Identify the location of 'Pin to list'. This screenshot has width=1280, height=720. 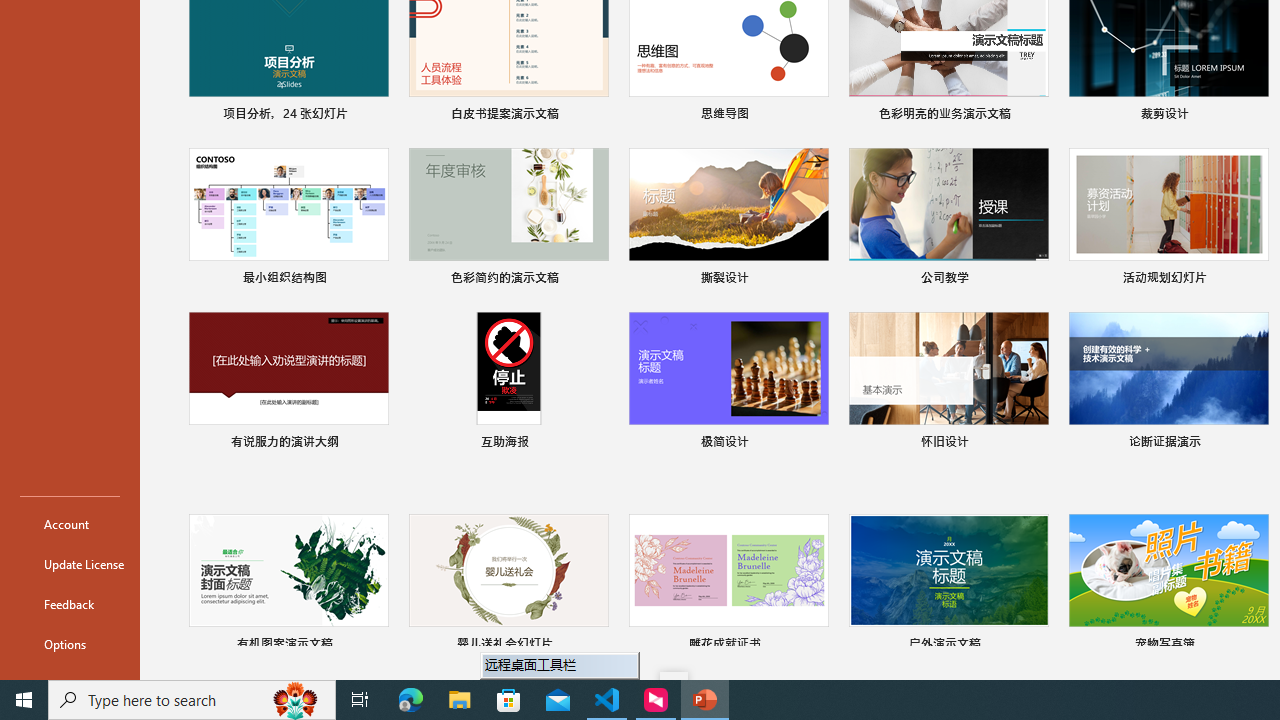
(1254, 645).